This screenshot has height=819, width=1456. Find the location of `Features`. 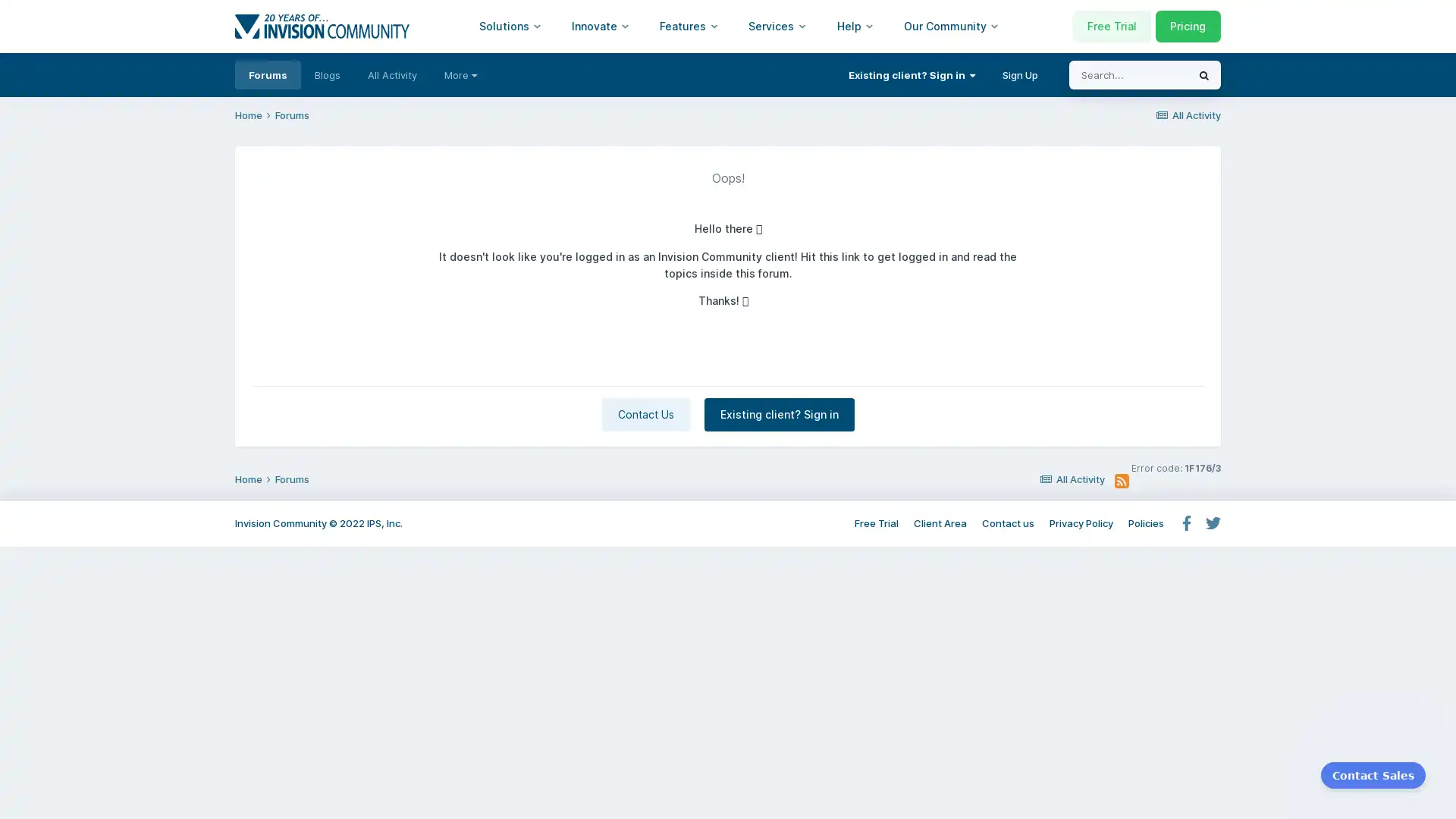

Features is located at coordinates (688, 26).